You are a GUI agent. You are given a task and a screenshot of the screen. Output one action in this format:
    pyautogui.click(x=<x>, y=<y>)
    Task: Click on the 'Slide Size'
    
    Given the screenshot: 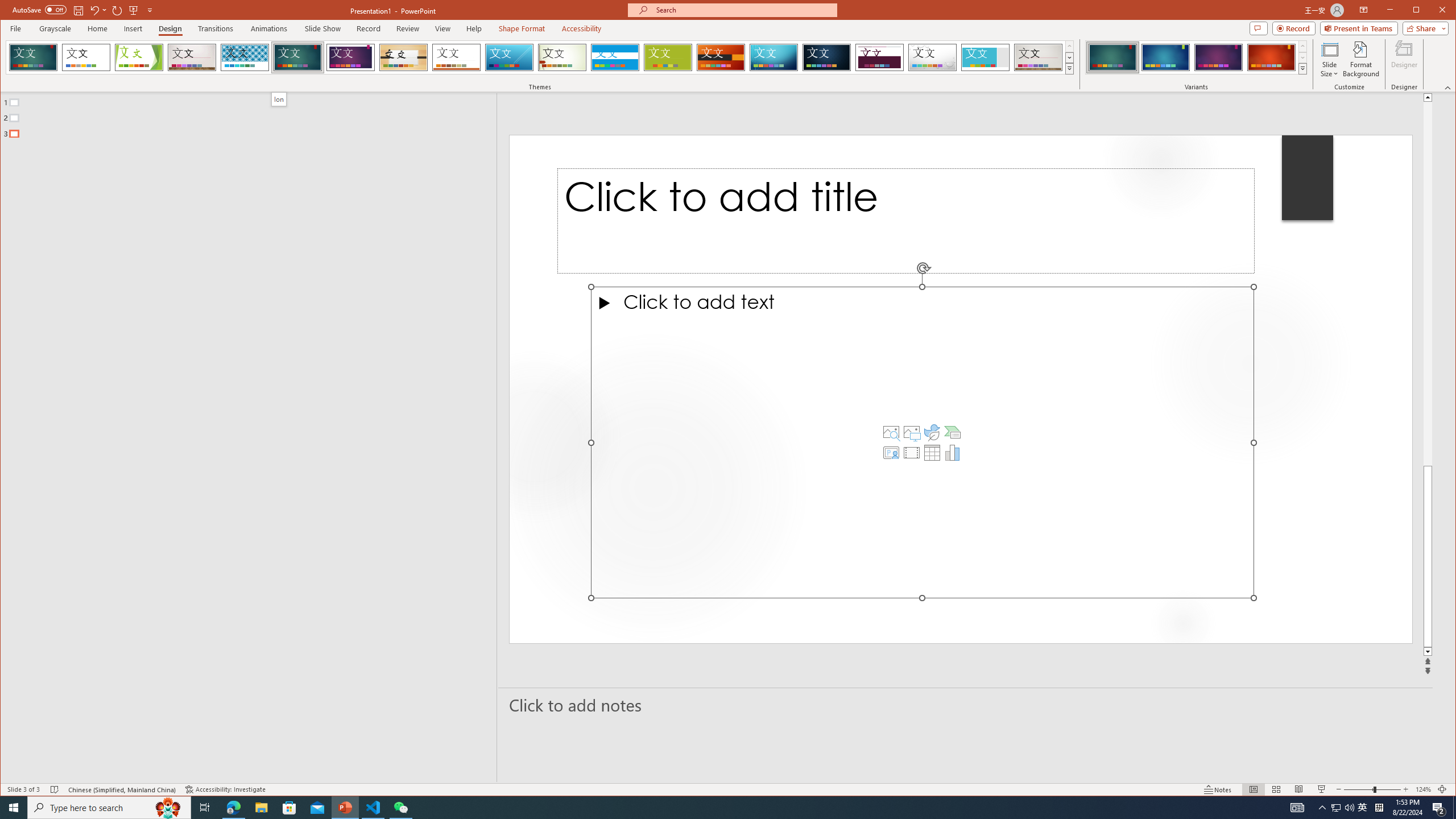 What is the action you would take?
    pyautogui.click(x=1329, y=59)
    